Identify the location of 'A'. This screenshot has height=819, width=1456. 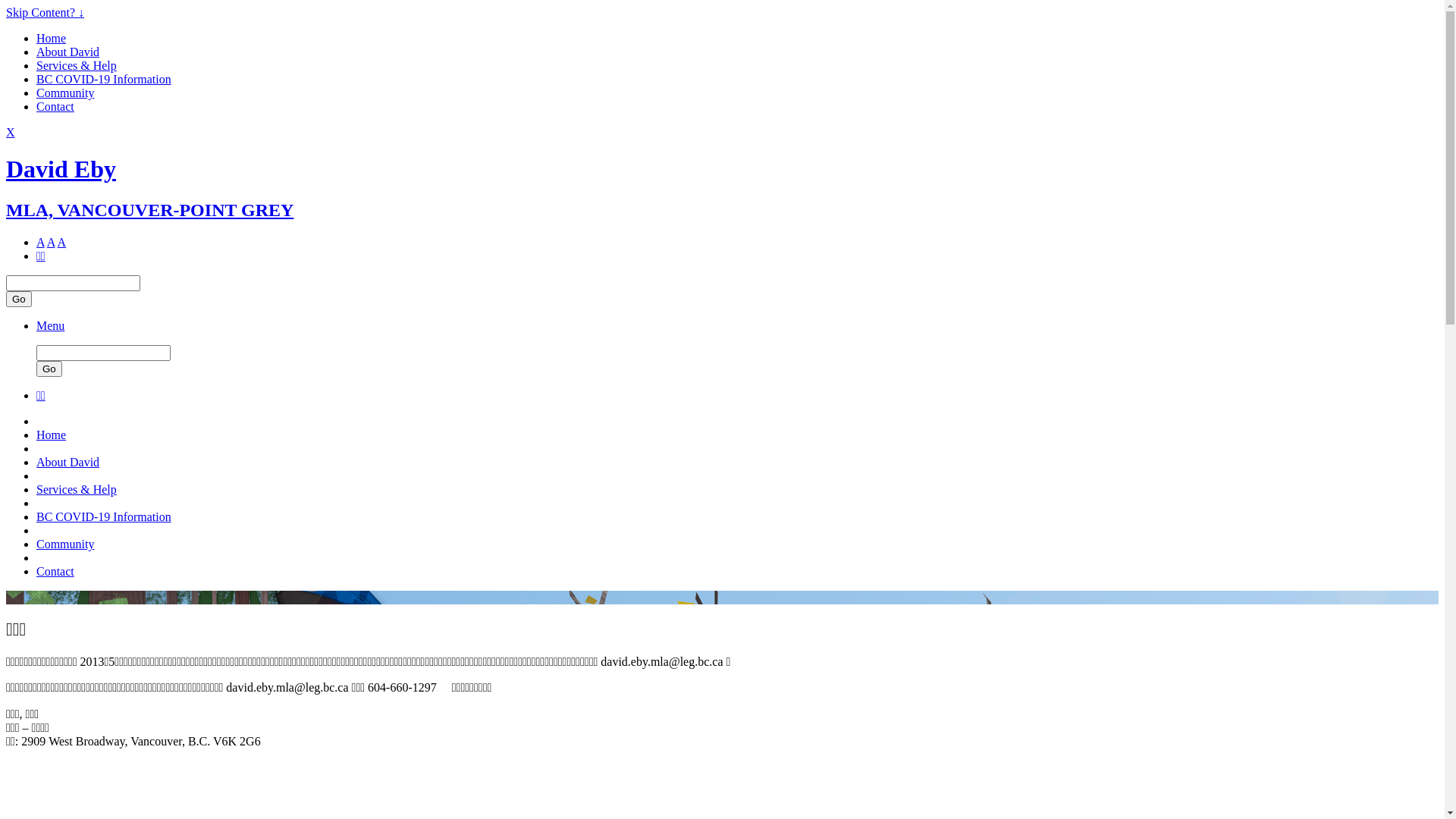
(61, 241).